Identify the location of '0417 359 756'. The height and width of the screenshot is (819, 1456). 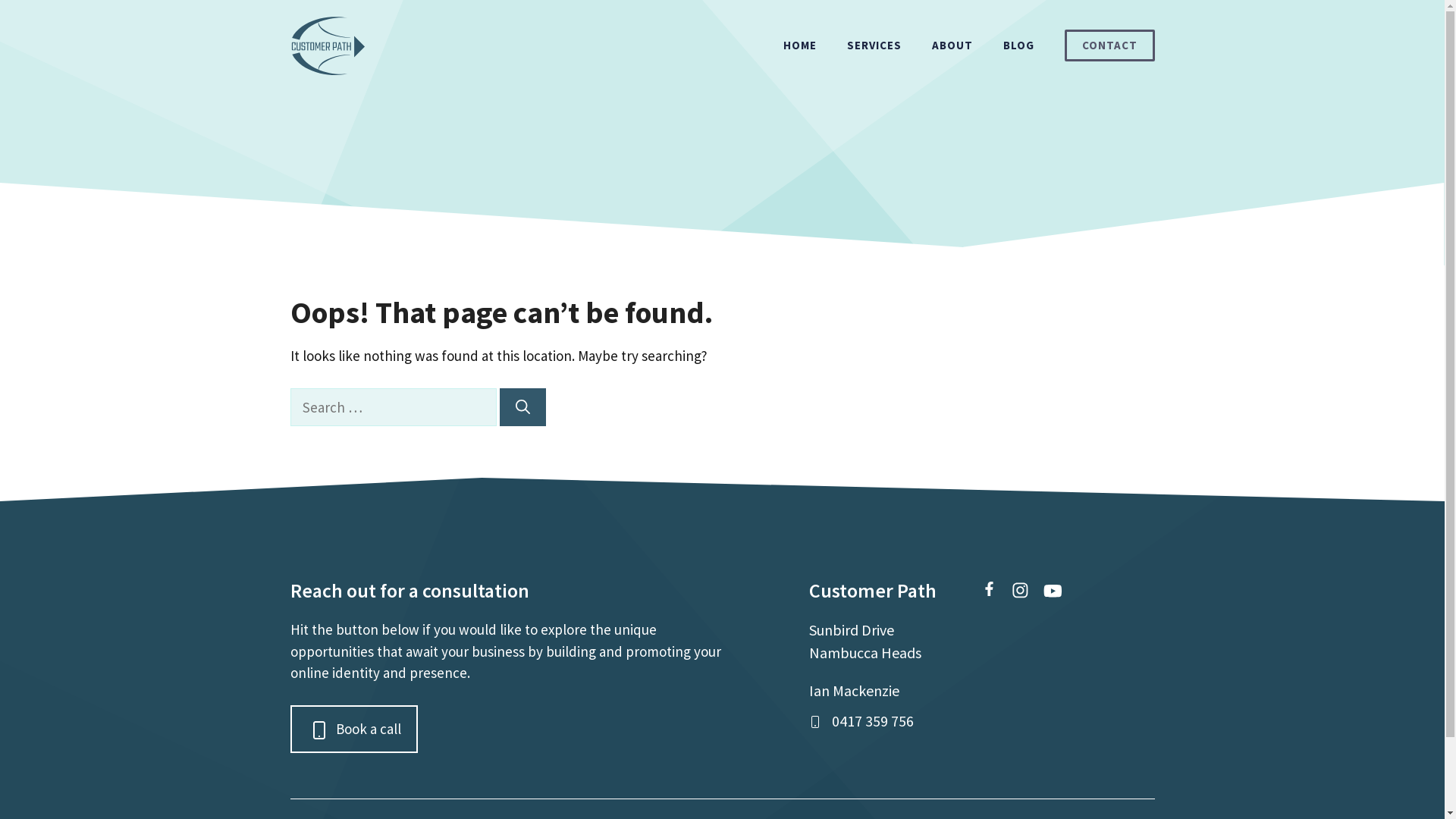
(872, 720).